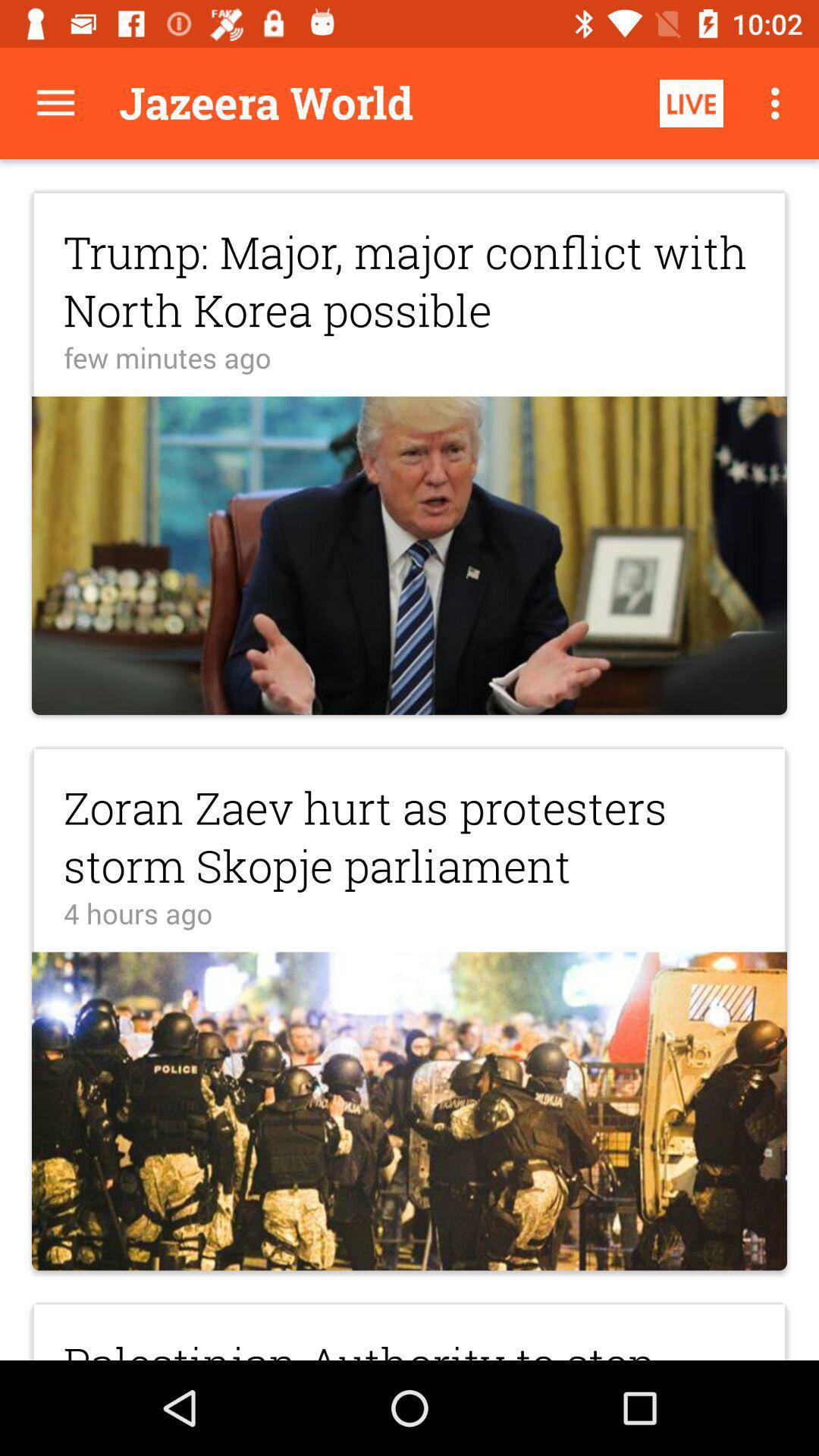 The image size is (819, 1456). I want to click on icon to the left of jazeera world icon, so click(55, 102).